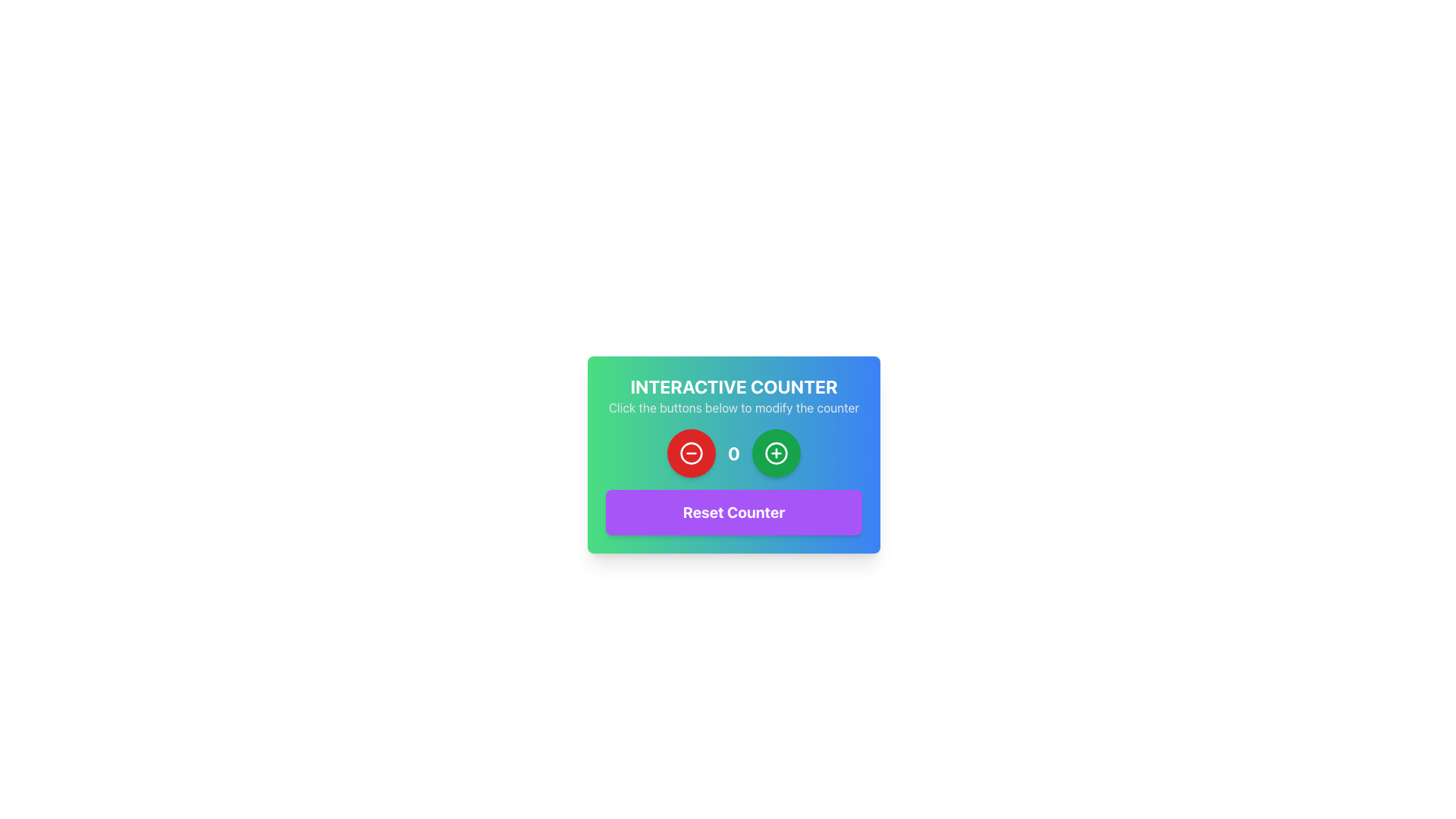  What do you see at coordinates (691, 452) in the screenshot?
I see `the red circular icon with a white border and a horizontal white minus line, which signifies a subtractive action, located within the left red button of the green-blue gradient box` at bounding box center [691, 452].